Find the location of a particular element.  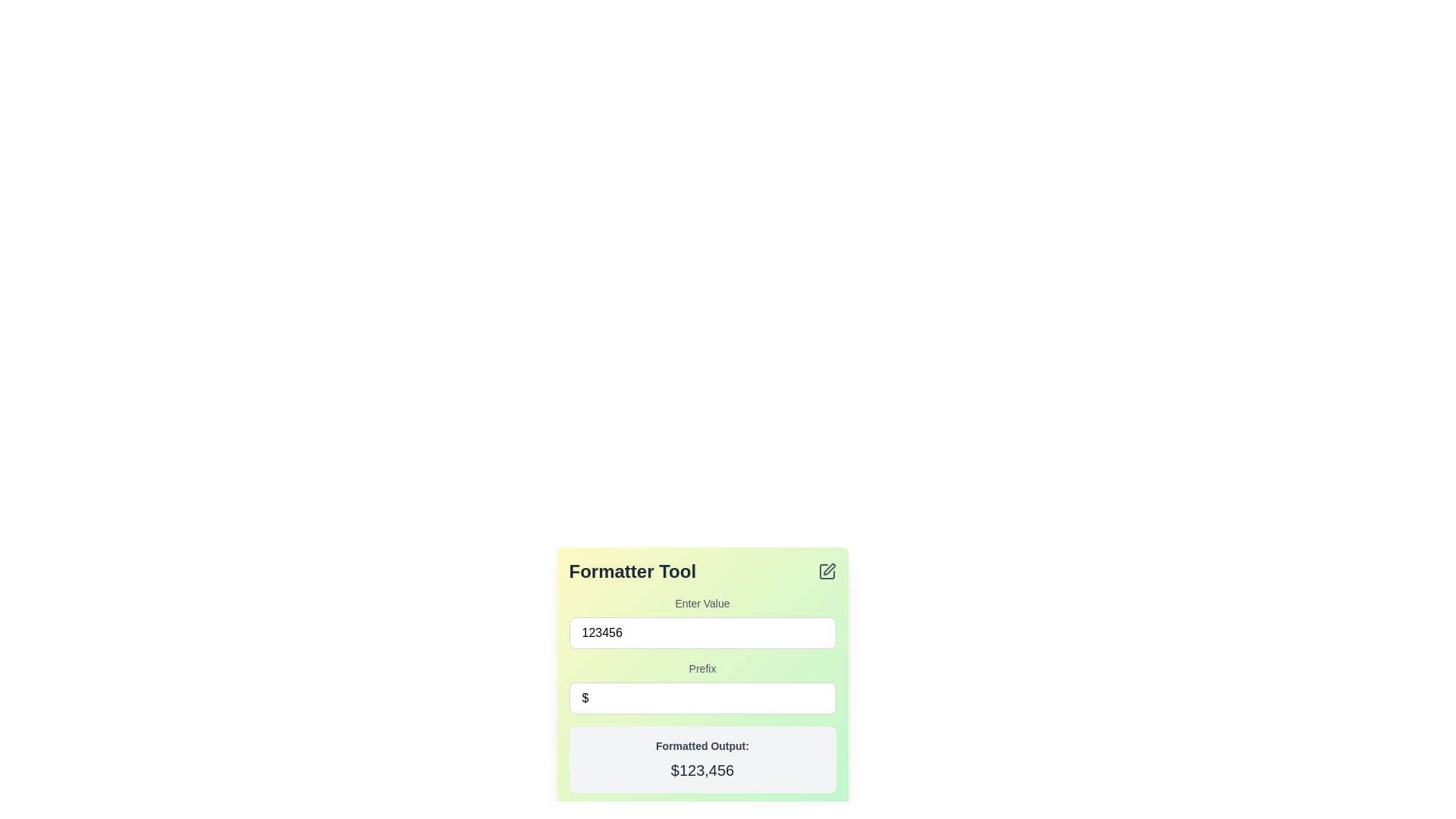

the Edit Icon located in the top-right corner of the 'Formatter Tool' panel to initiate an editing interaction is located at coordinates (826, 571).